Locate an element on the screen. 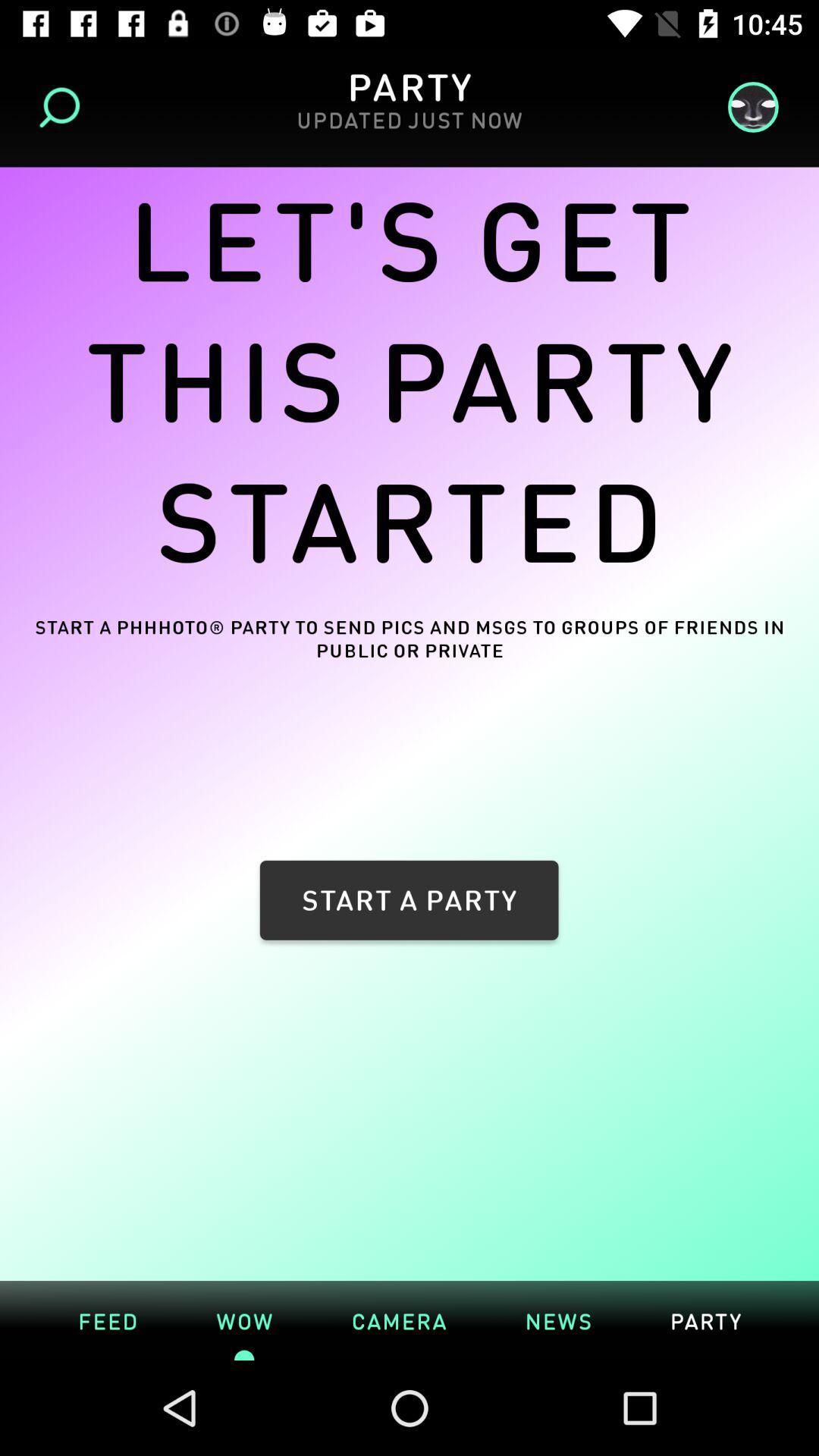  icon at the top left corner is located at coordinates (64, 106).